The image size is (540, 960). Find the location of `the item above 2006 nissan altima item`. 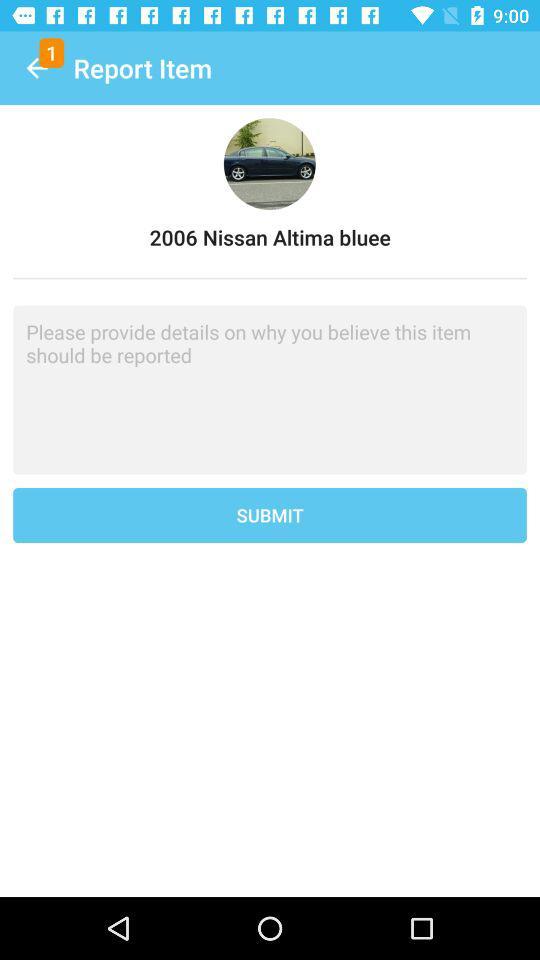

the item above 2006 nissan altima item is located at coordinates (36, 68).